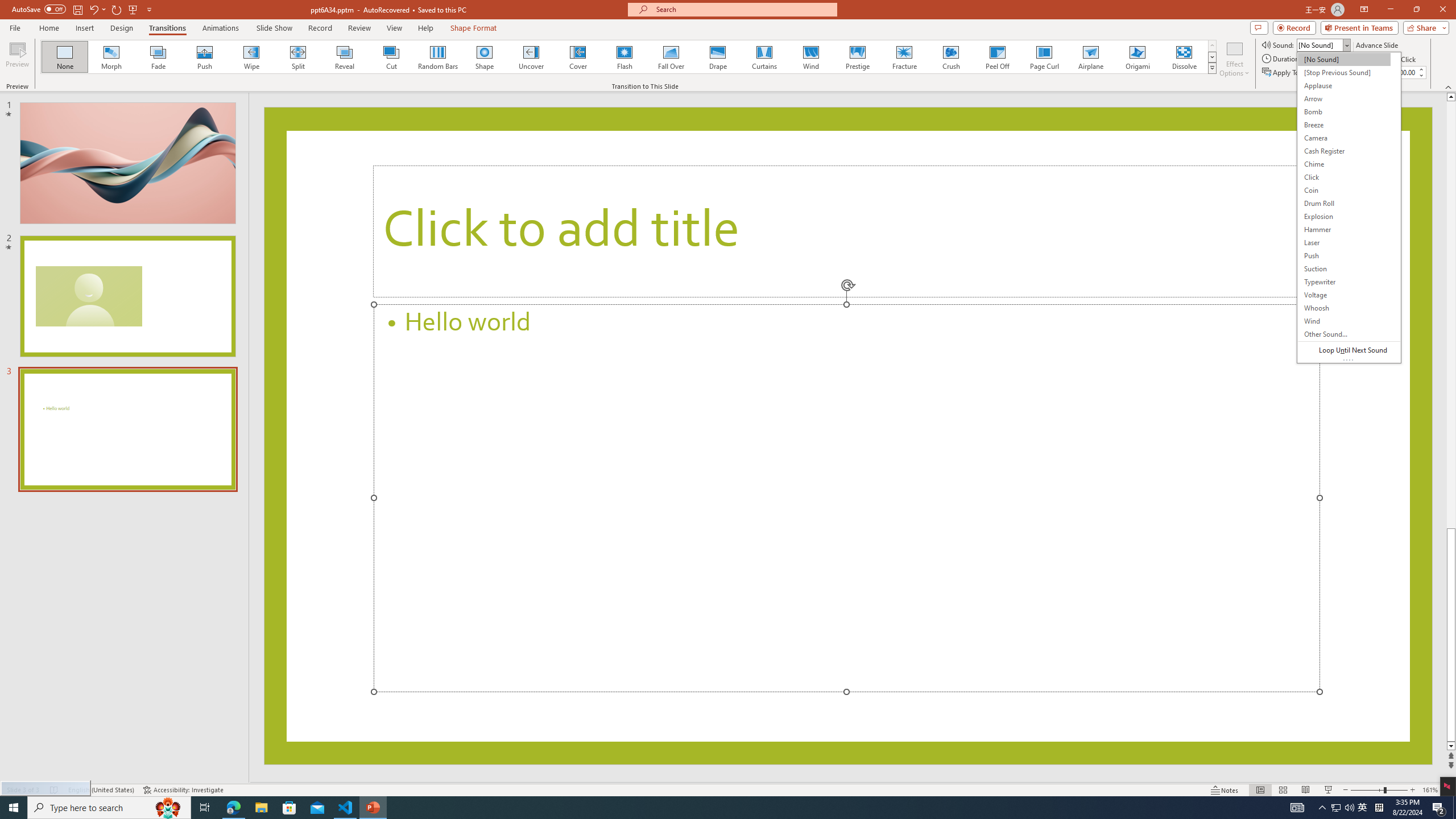 This screenshot has width=1456, height=819. Describe the element at coordinates (624, 56) in the screenshot. I see `'Flash'` at that location.